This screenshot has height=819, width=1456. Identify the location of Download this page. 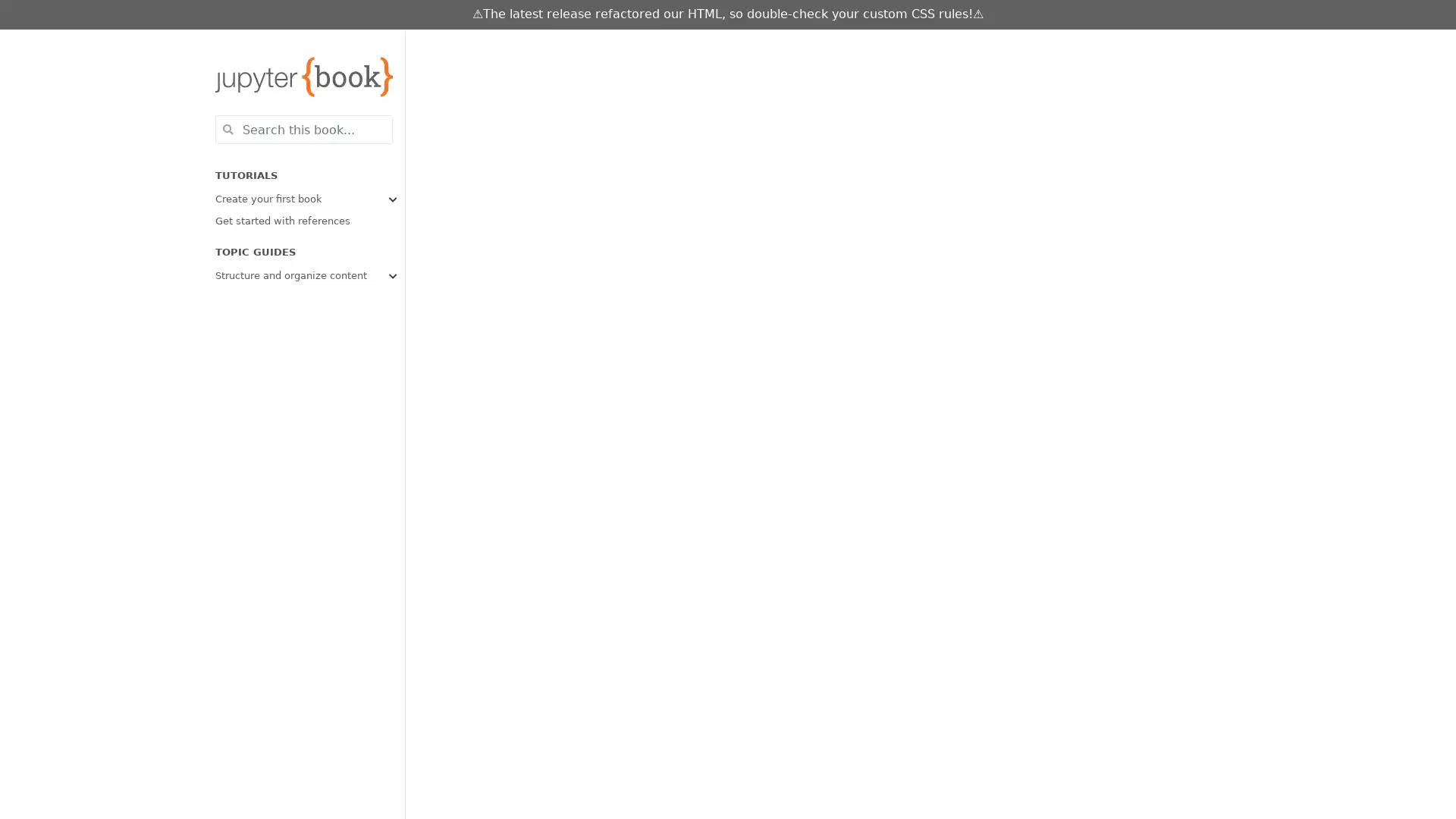
(1018, 45).